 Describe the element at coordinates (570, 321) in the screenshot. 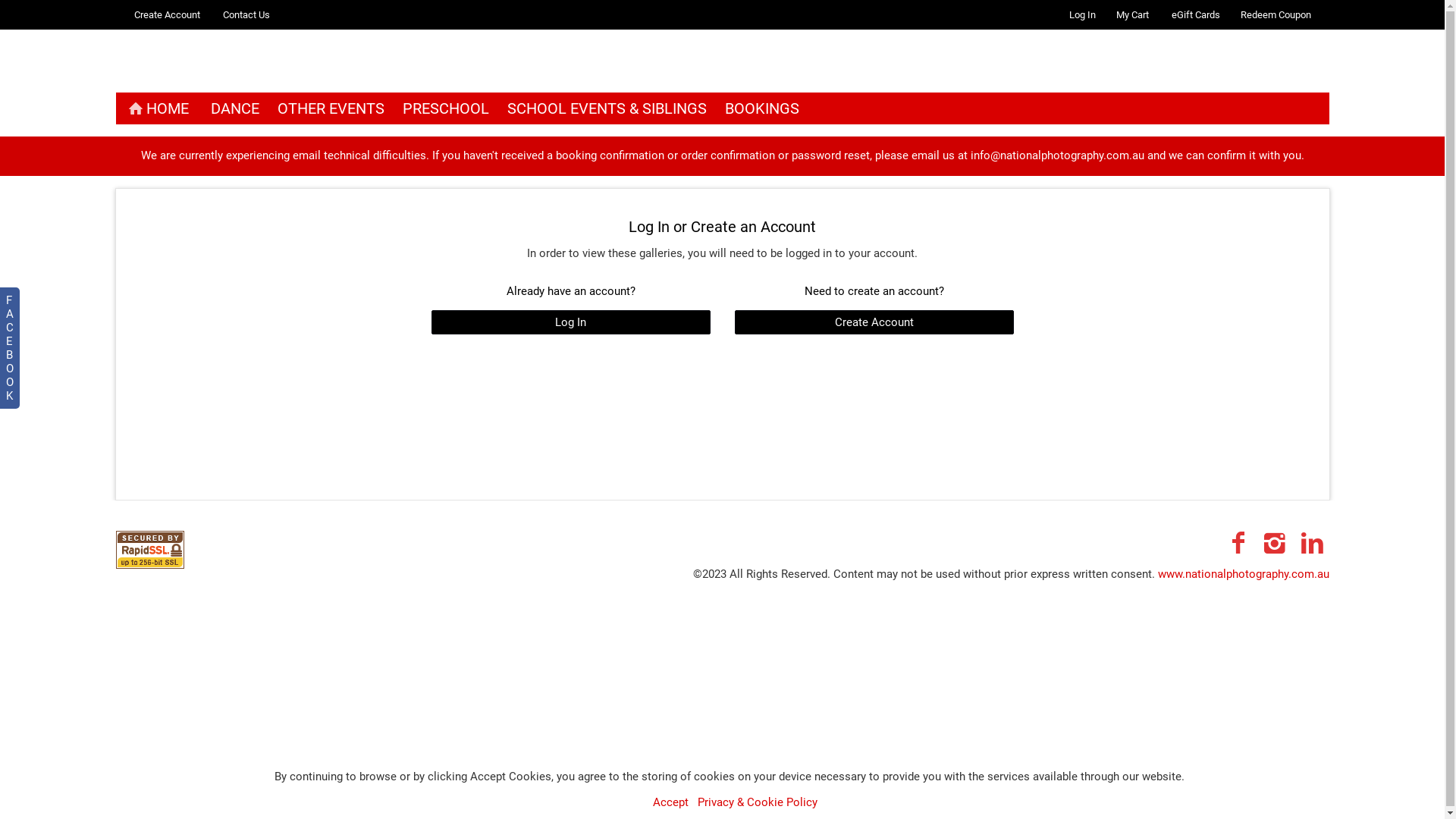

I see `'Log In'` at that location.